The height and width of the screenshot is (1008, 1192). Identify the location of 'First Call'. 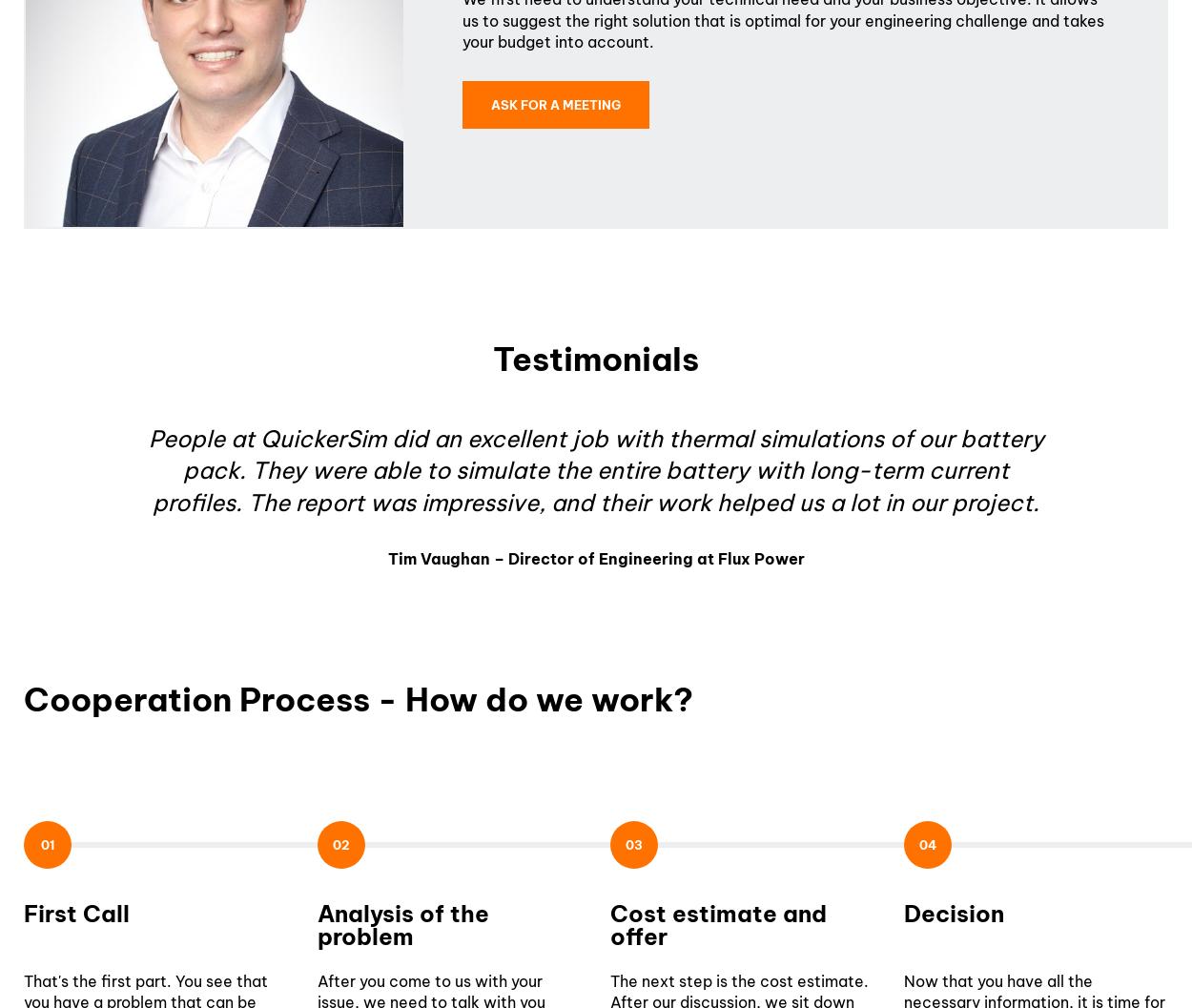
(75, 913).